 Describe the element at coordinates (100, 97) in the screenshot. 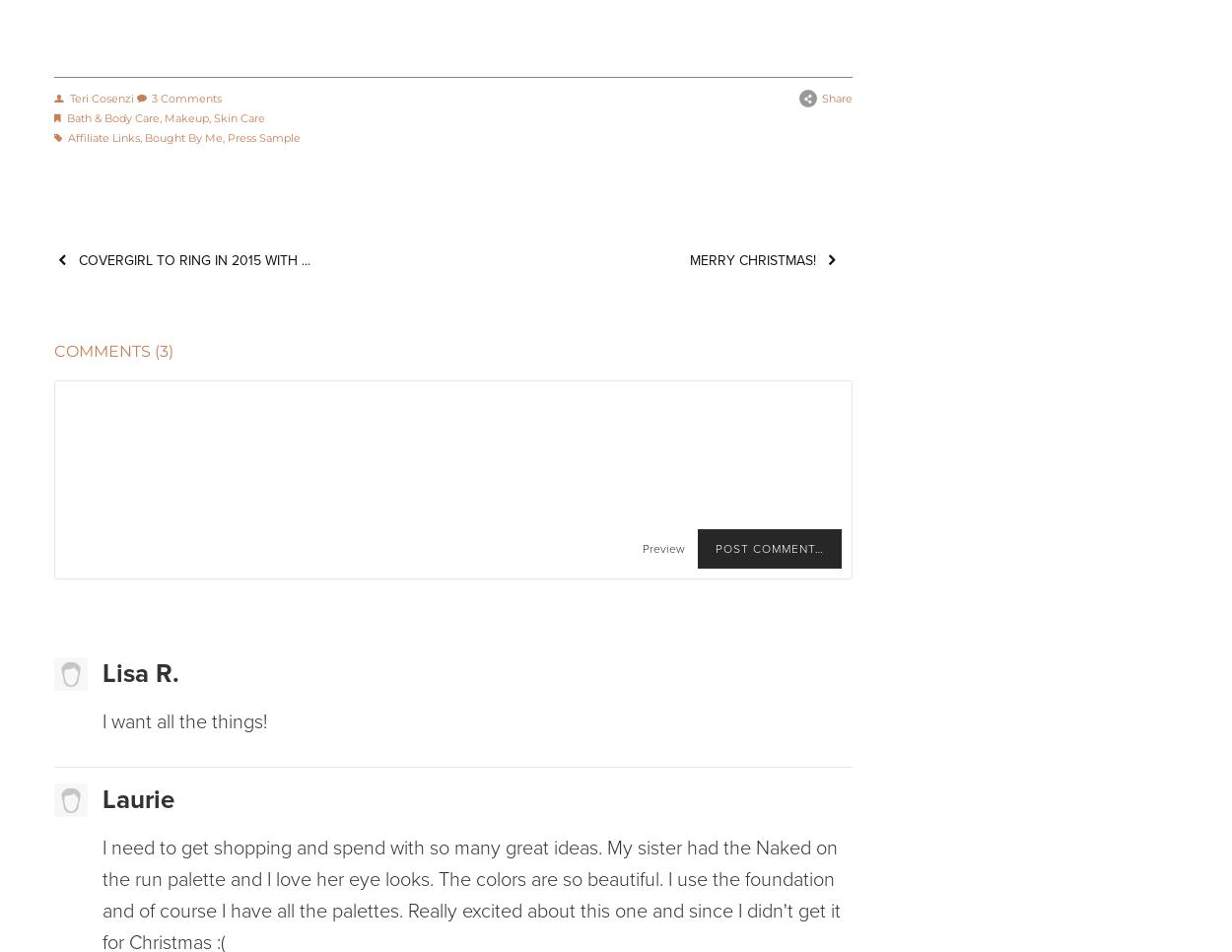

I see `'Teri Cosenzi'` at that location.